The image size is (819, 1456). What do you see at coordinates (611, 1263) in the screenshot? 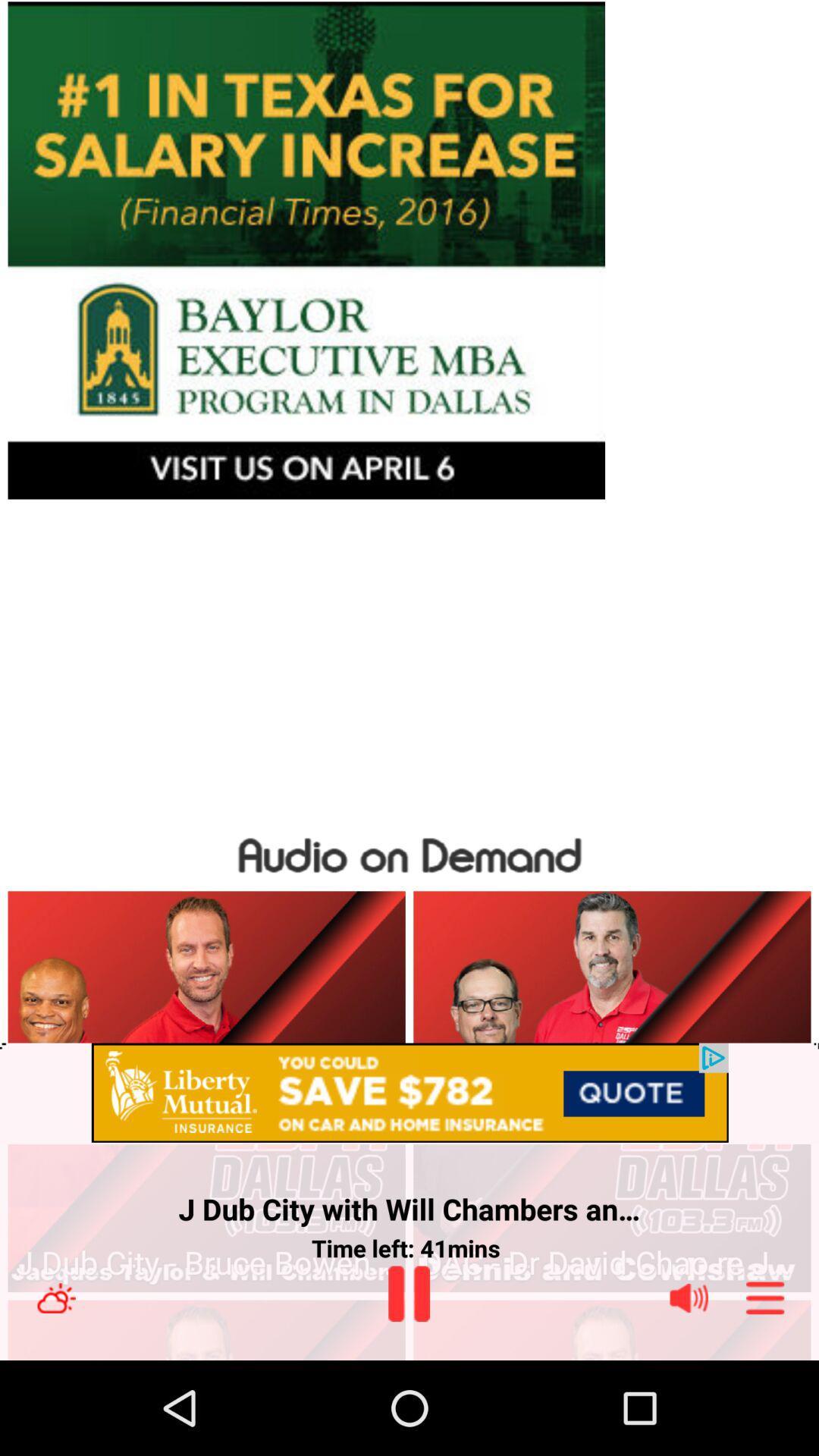
I see `the dac dr david app` at bounding box center [611, 1263].